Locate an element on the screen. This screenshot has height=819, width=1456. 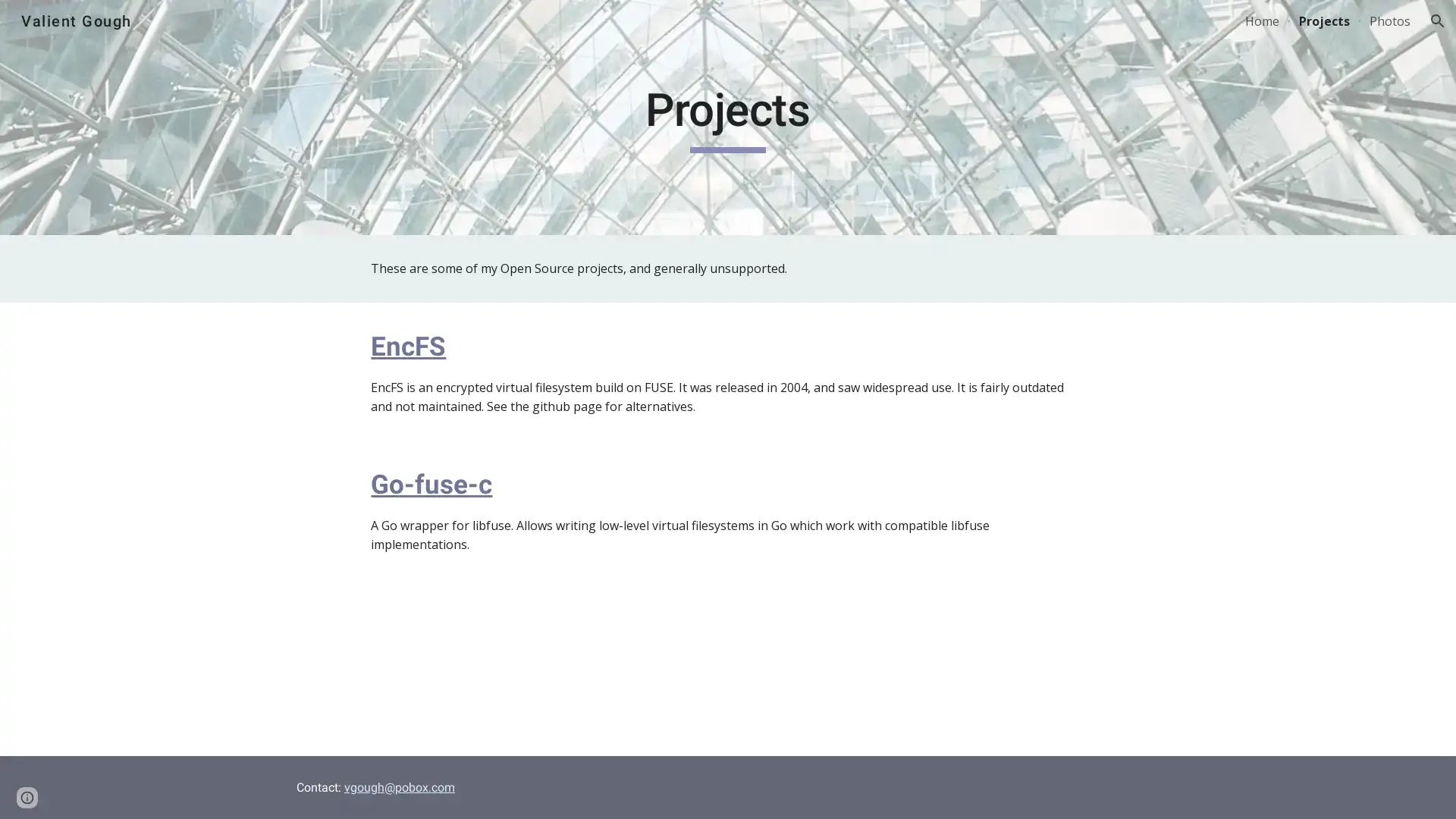
Copy heading link is located at coordinates (510, 483).